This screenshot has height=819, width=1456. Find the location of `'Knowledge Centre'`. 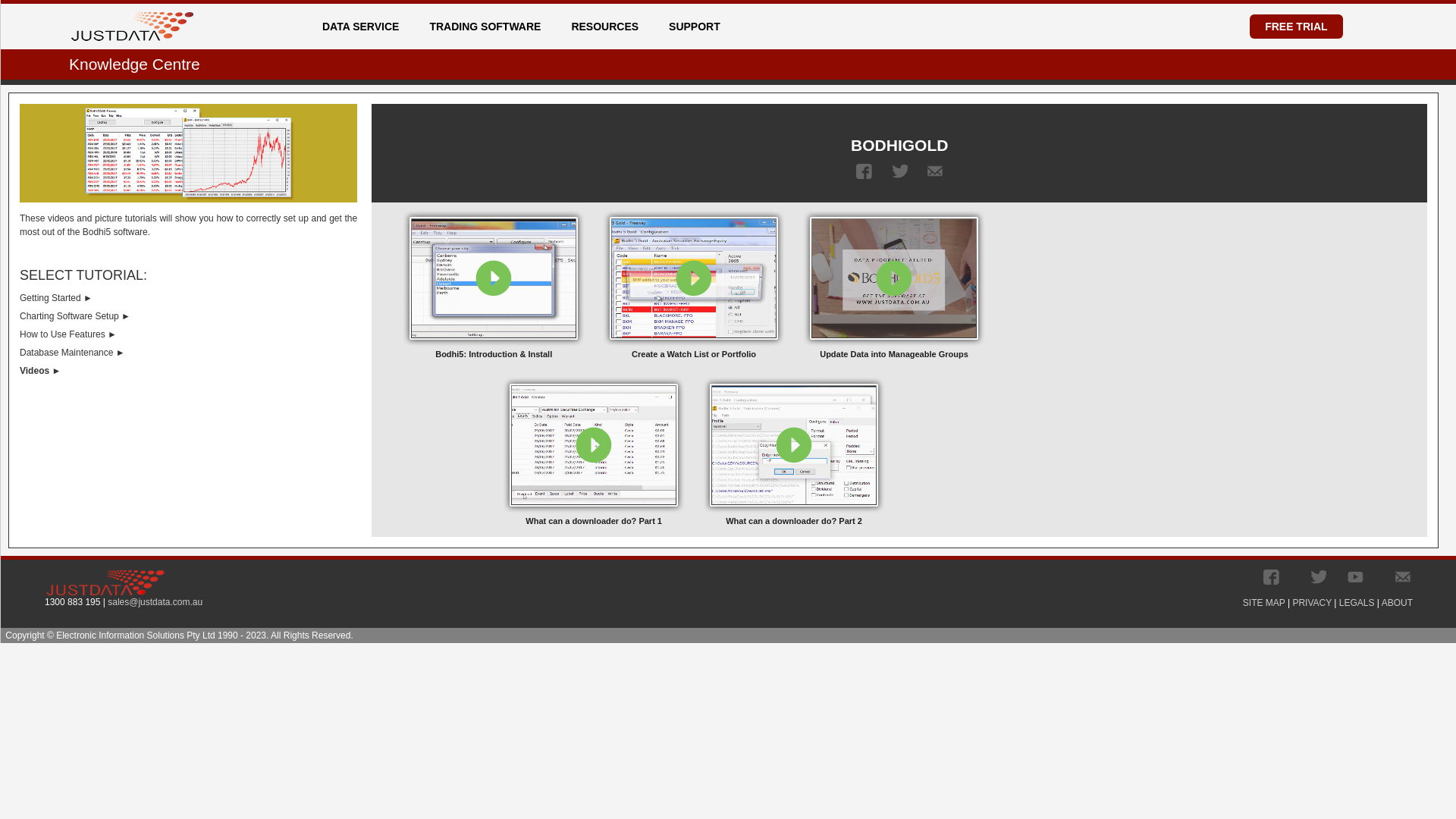

'Knowledge Centre' is located at coordinates (134, 63).